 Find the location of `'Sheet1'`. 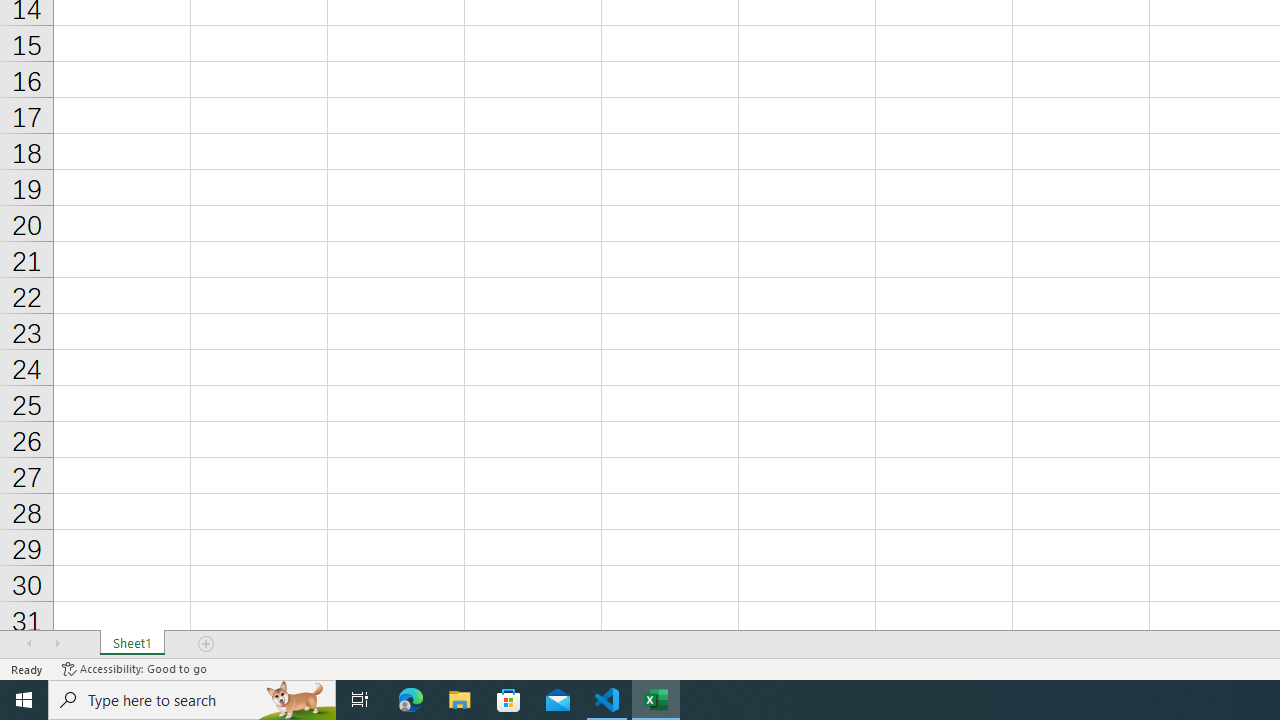

'Sheet1' is located at coordinates (131, 644).